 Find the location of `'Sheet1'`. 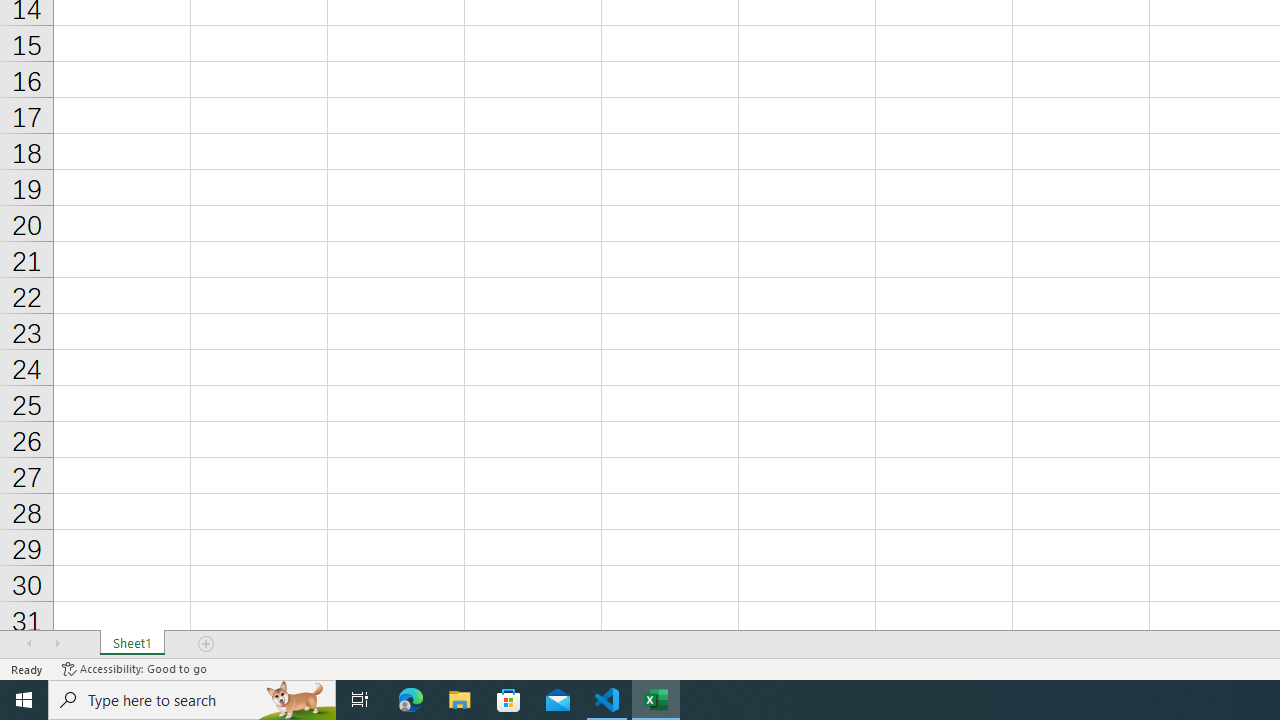

'Sheet1' is located at coordinates (131, 644).